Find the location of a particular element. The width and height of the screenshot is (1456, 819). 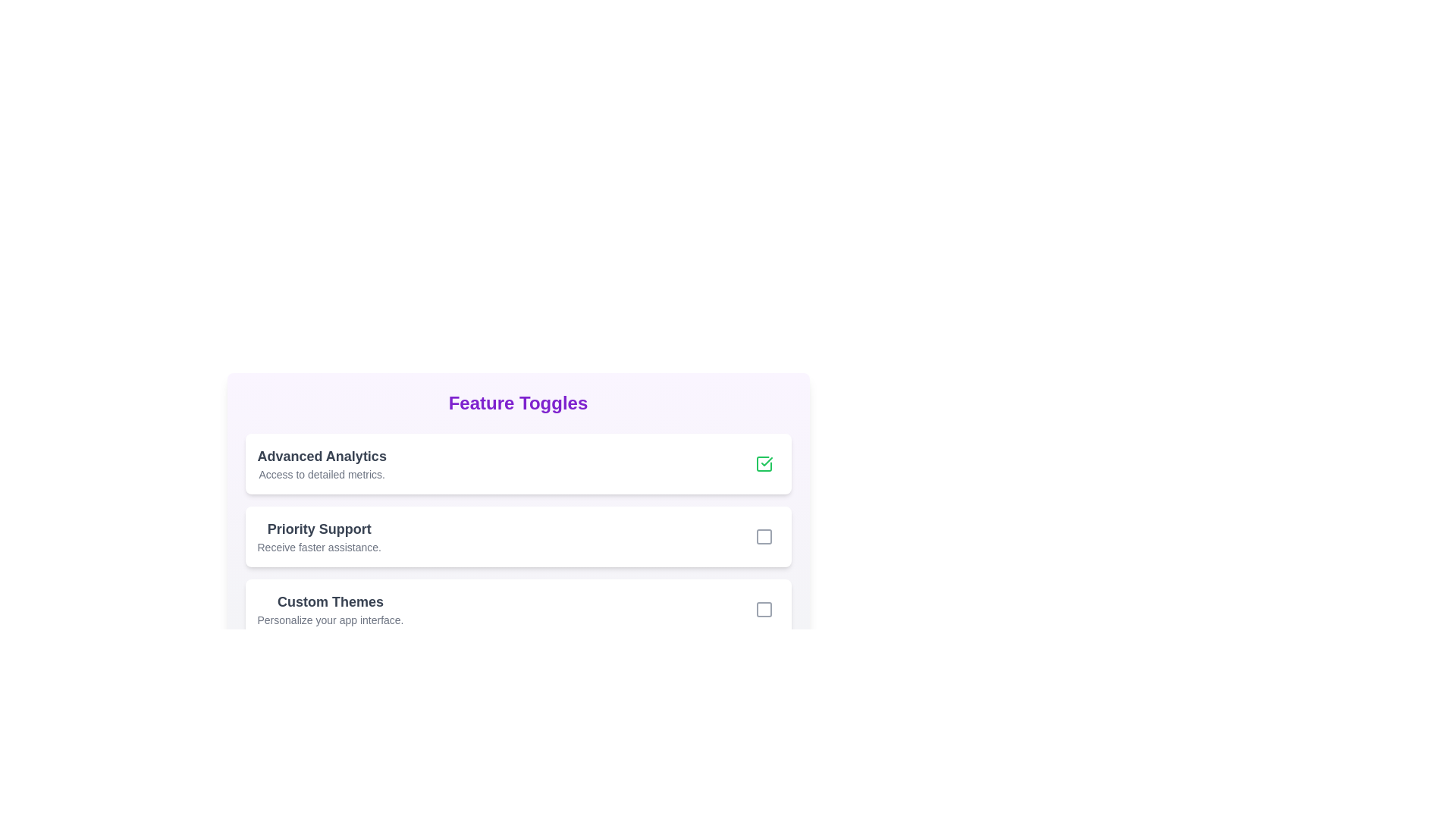

the bold, large-sized text labeled 'Advanced Analytics' which is part of the feature toggle list and located at the top of the section is located at coordinates (321, 455).